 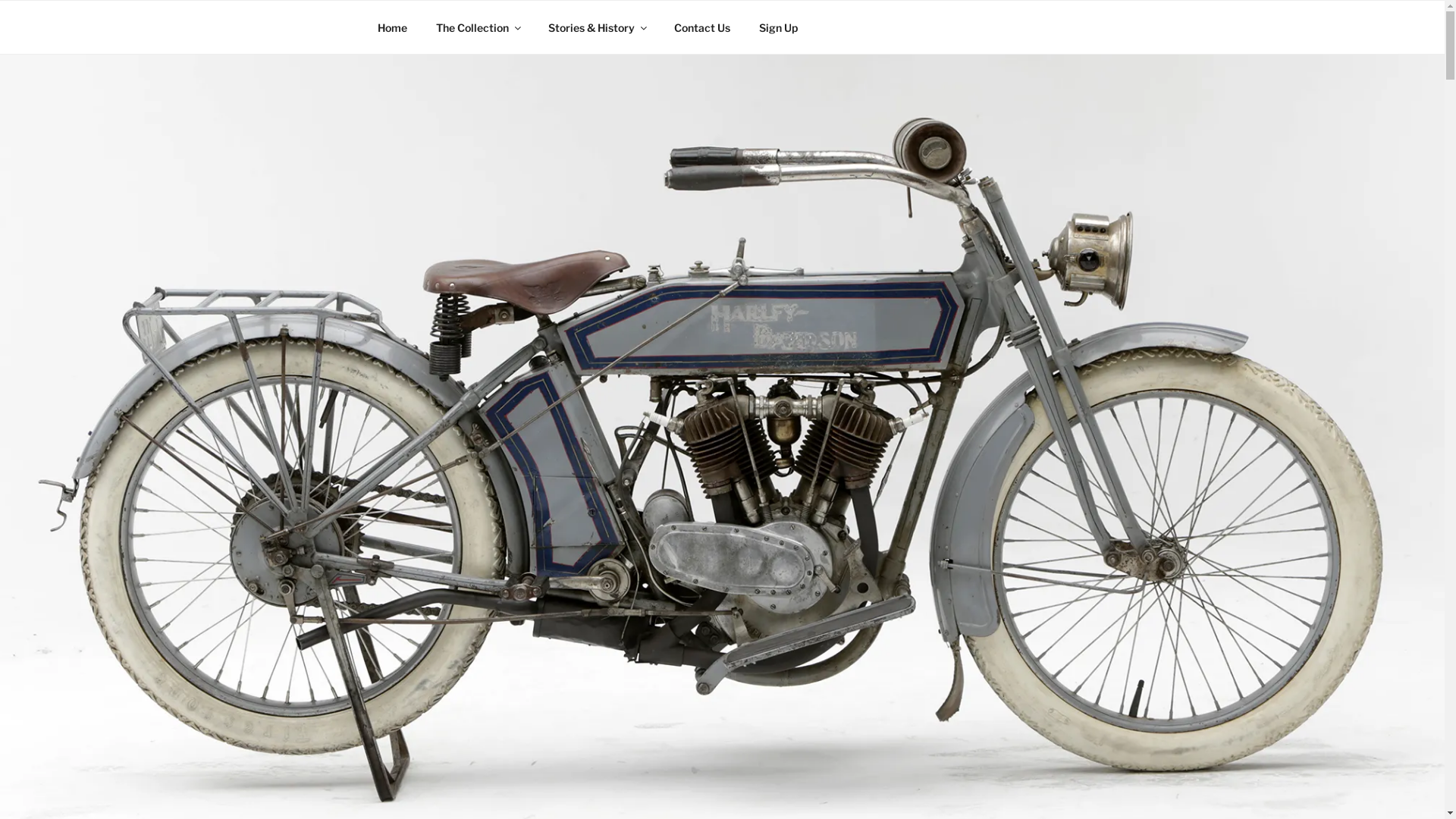 I want to click on 'Contact Us', so click(x=701, y=27).